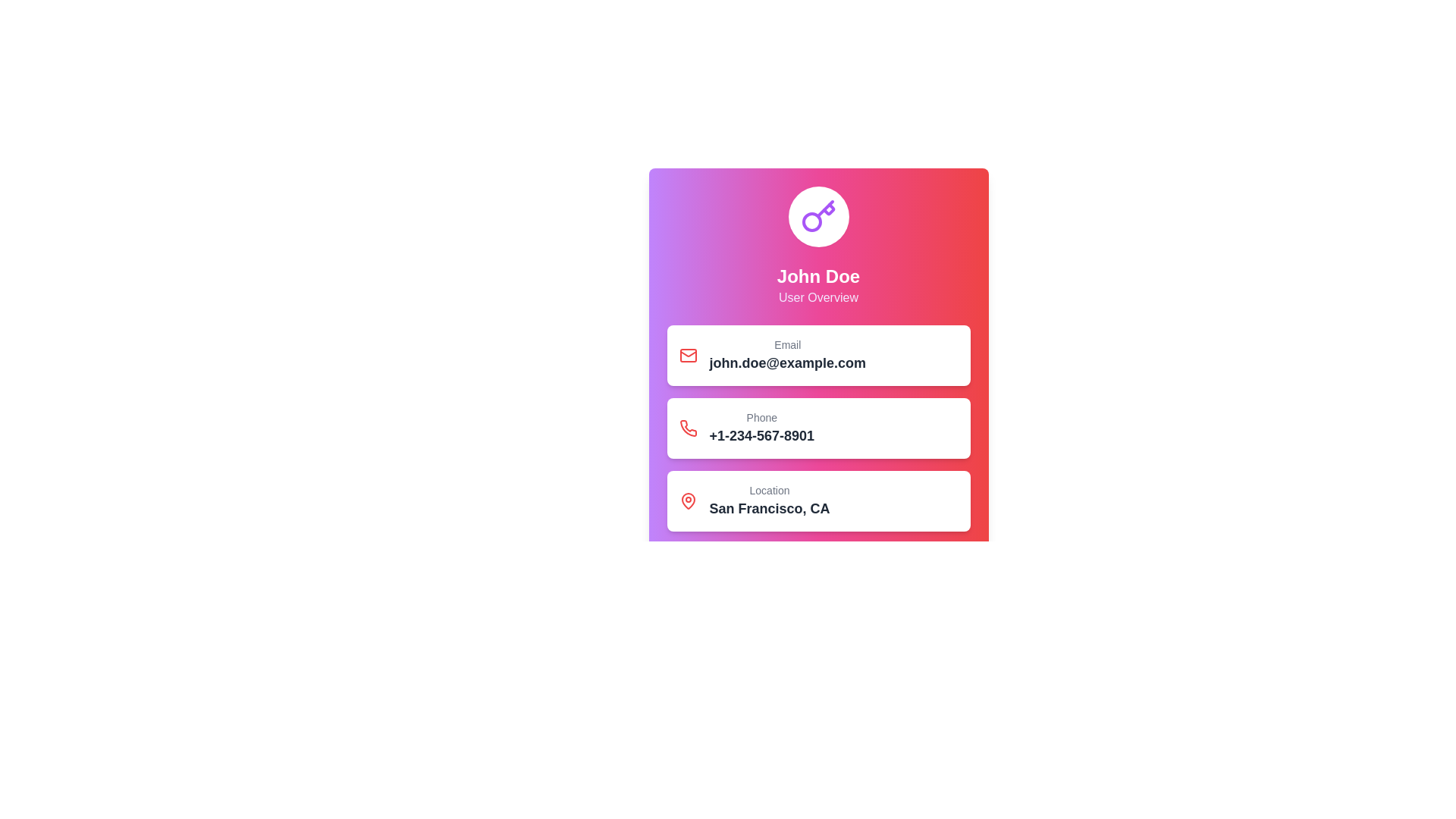 The width and height of the screenshot is (1456, 819). Describe the element at coordinates (687, 500) in the screenshot. I see `the red map pin icon located in the 'Location' section of the vertically stacked list` at that location.